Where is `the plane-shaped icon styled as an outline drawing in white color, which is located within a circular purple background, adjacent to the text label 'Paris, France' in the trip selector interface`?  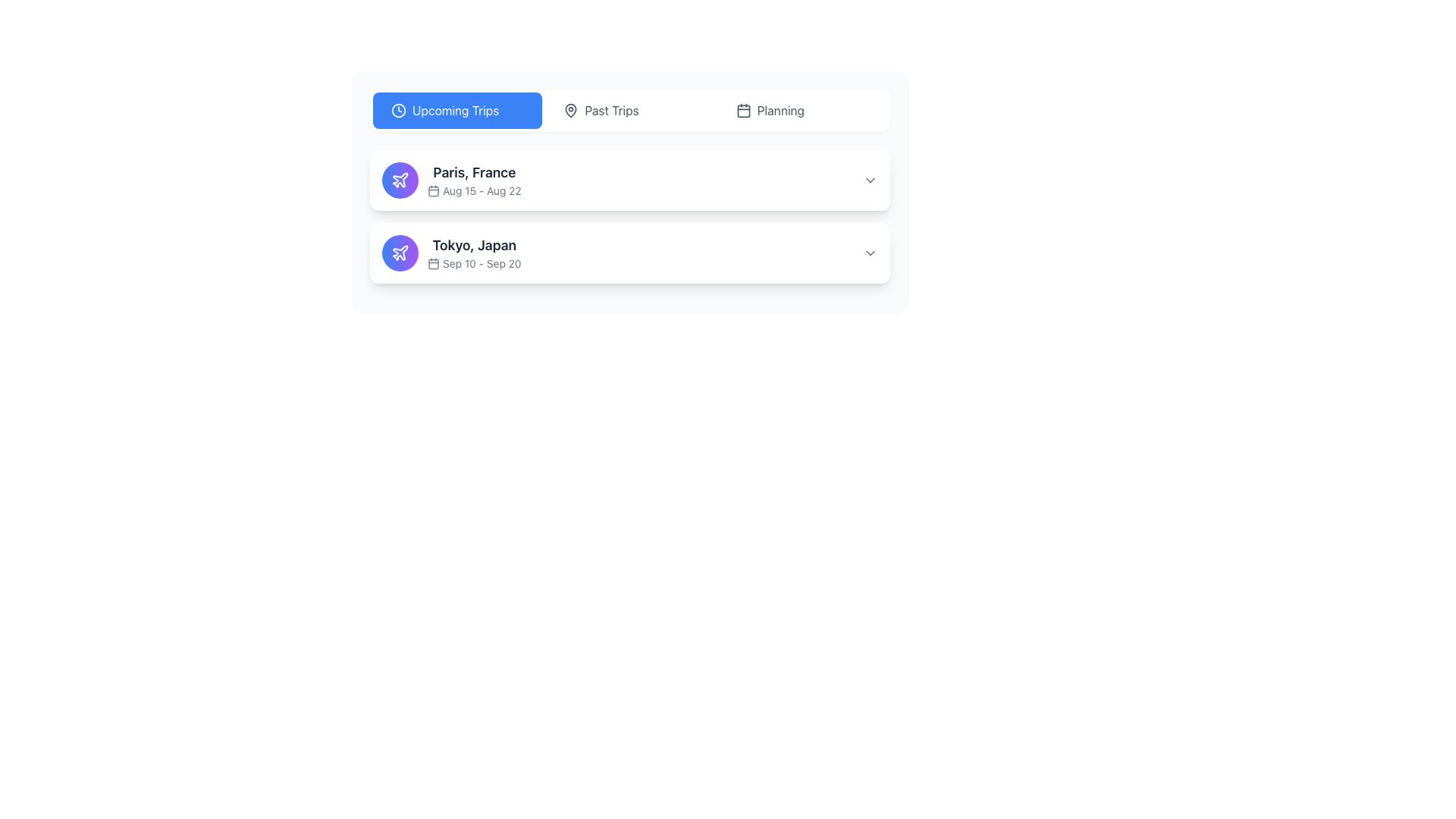
the plane-shaped icon styled as an outline drawing in white color, which is located within a circular purple background, adjacent to the text label 'Paris, France' in the trip selector interface is located at coordinates (400, 252).